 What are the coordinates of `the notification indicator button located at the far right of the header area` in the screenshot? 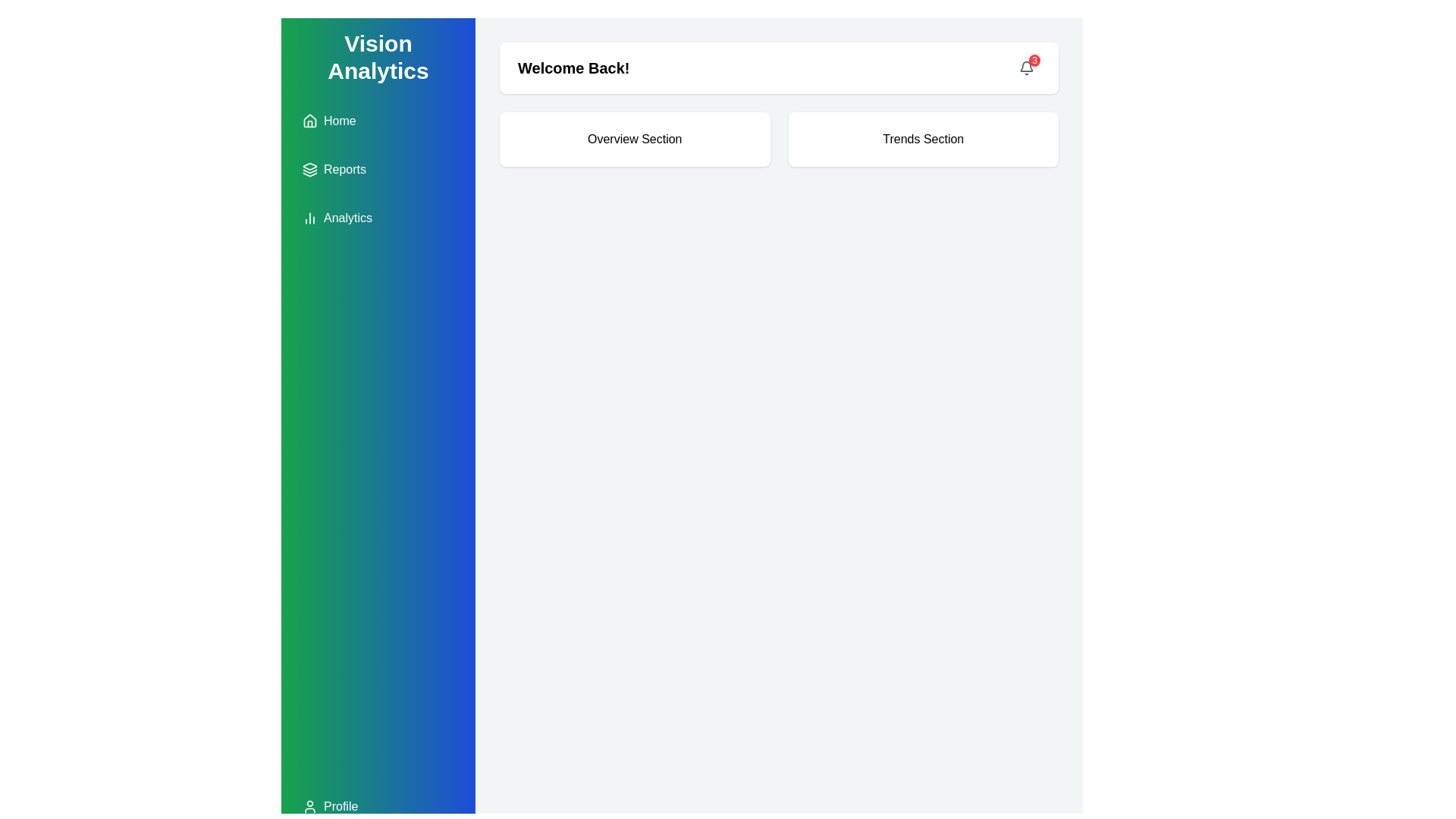 It's located at (1026, 67).